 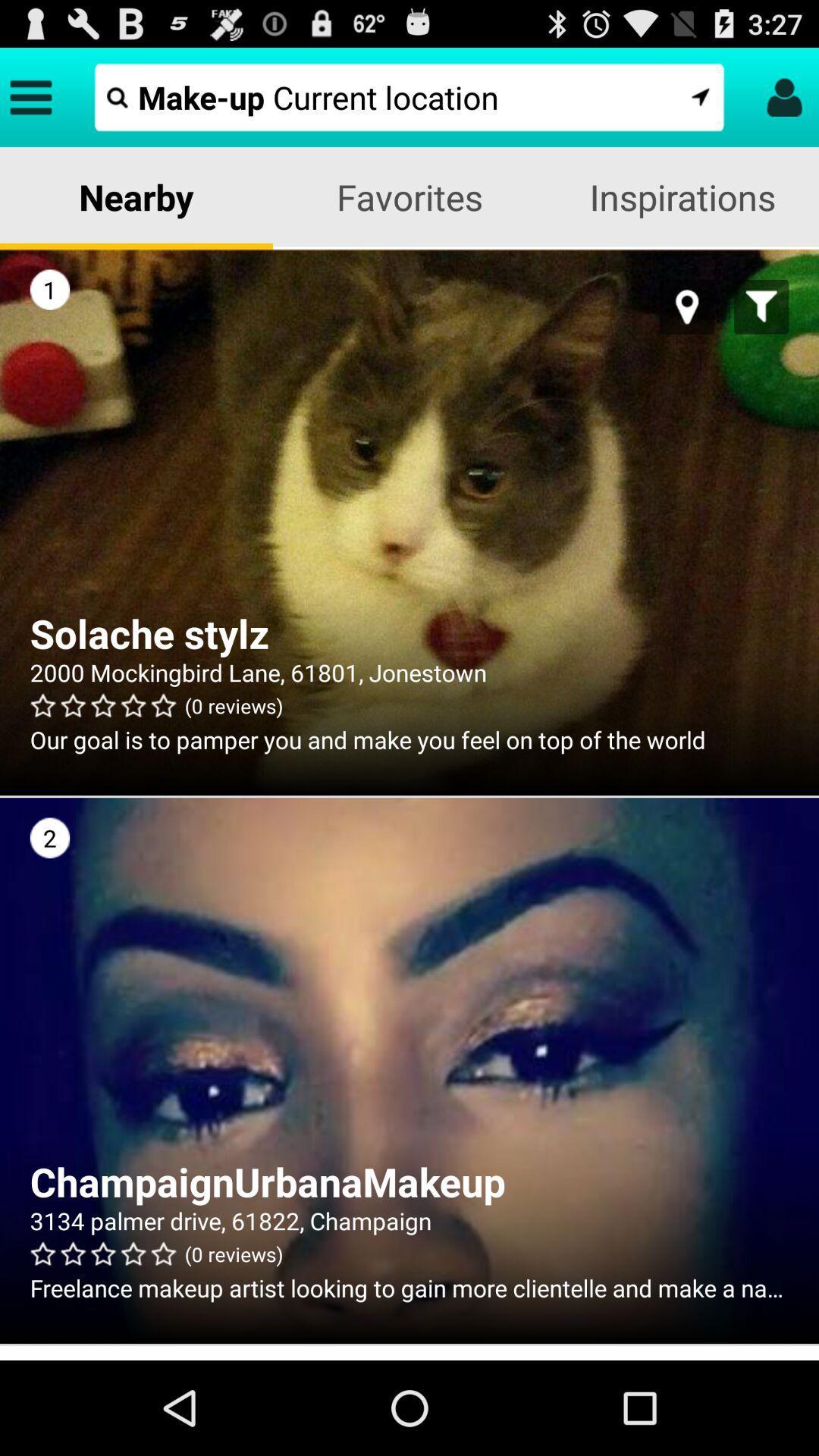 What do you see at coordinates (687, 306) in the screenshot?
I see `the location icon which is beside filter icon` at bounding box center [687, 306].